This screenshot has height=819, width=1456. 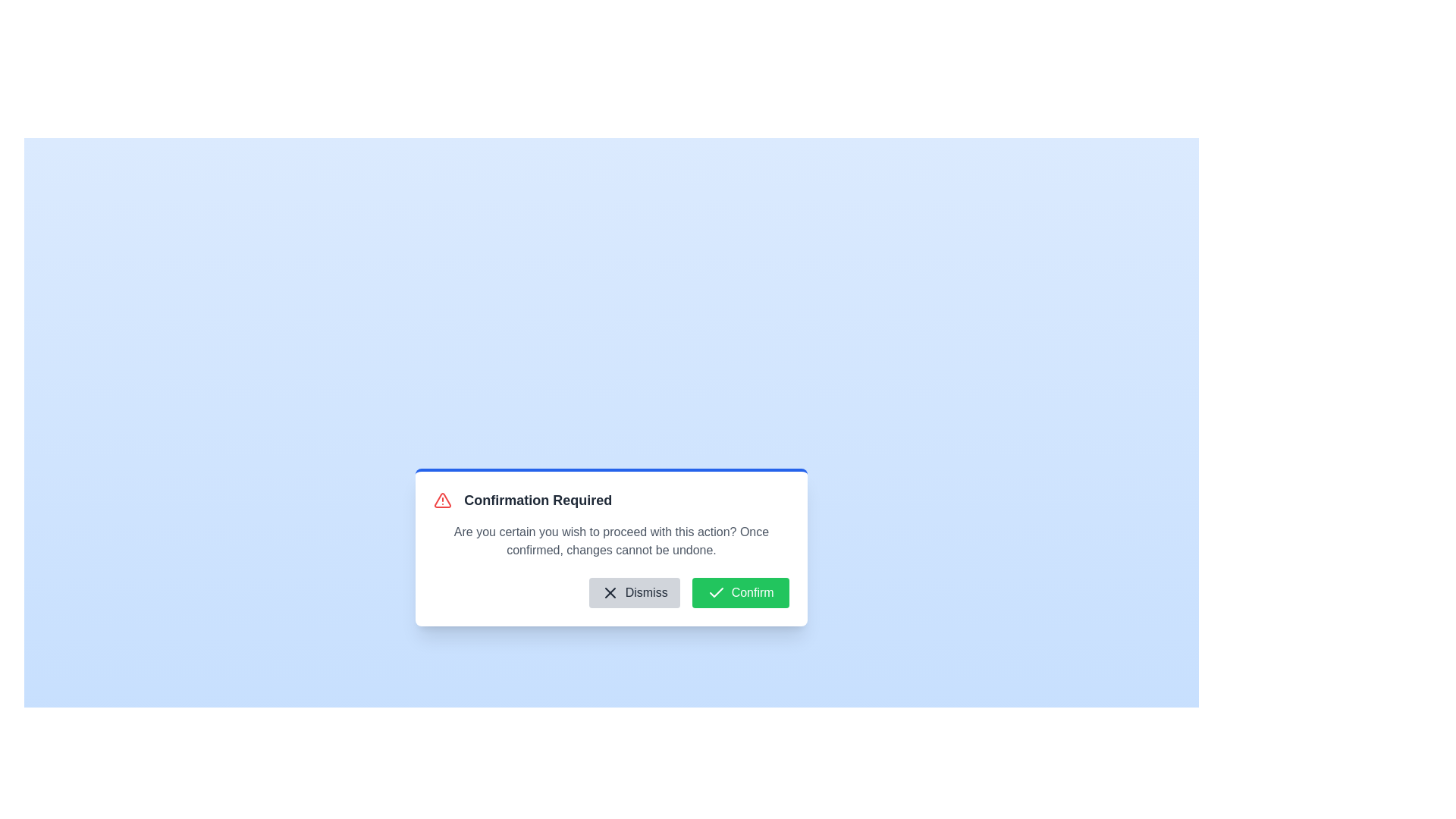 I want to click on the green 'Confirm' button with rounded corners, which is labeled with white text and has a checkmark icon, so click(x=740, y=592).